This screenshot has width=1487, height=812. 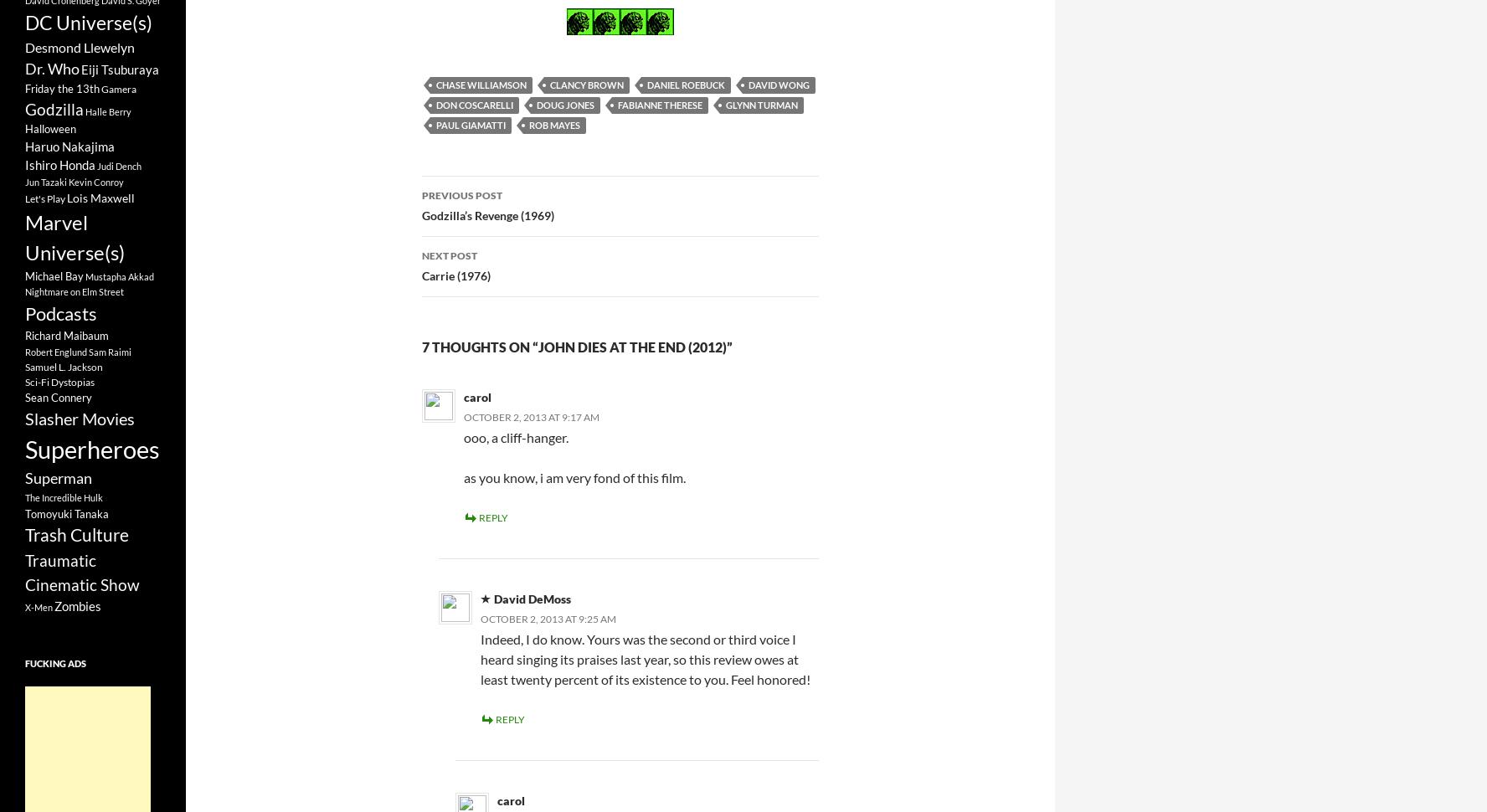 I want to click on 'David DeMoss', so click(x=531, y=598).